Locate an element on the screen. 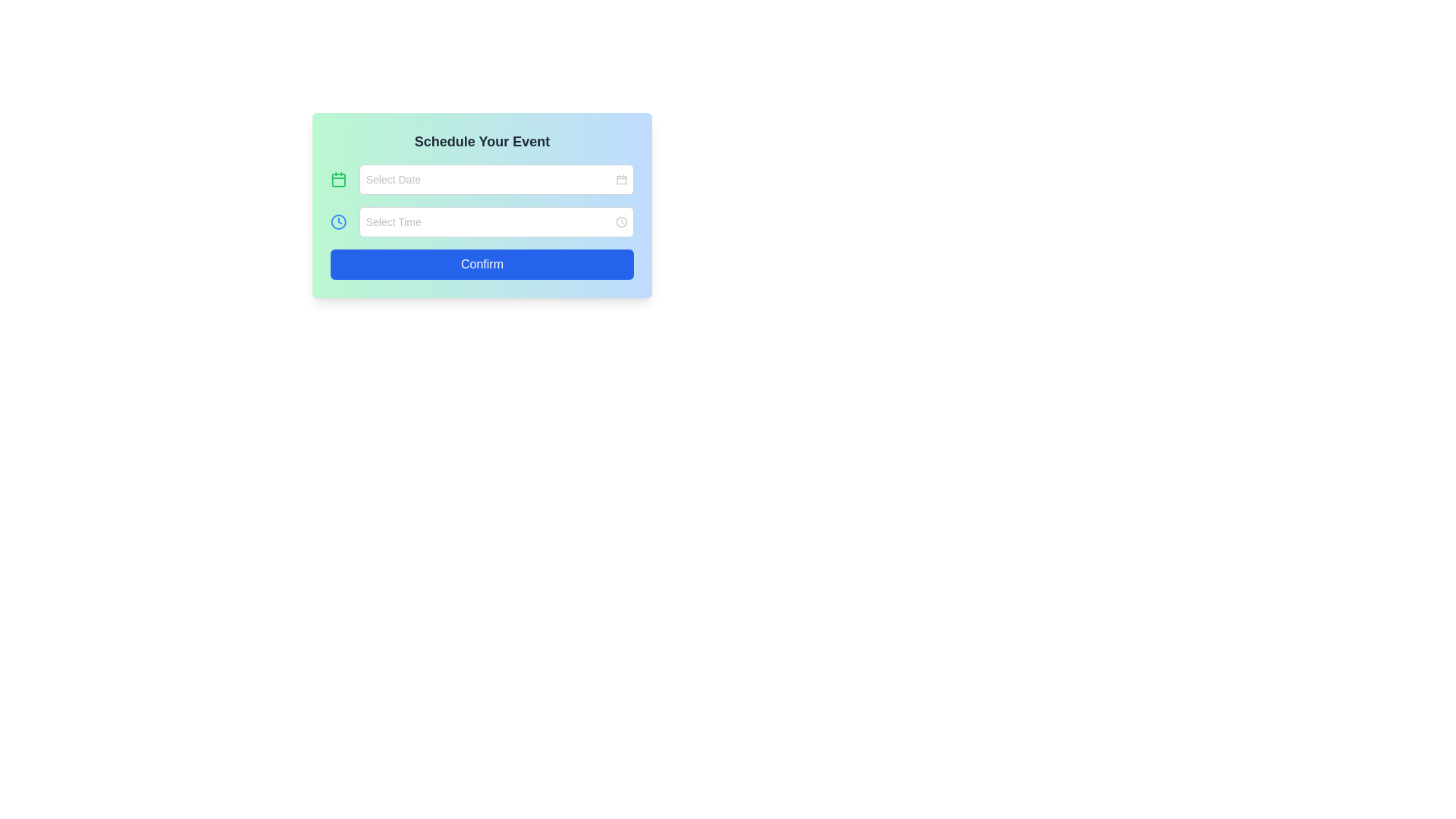 Image resolution: width=1456 pixels, height=819 pixels. the decorative or functional icon adjacent to the 'Select Time' input field, located at the rightmost side of the field is located at coordinates (622, 222).